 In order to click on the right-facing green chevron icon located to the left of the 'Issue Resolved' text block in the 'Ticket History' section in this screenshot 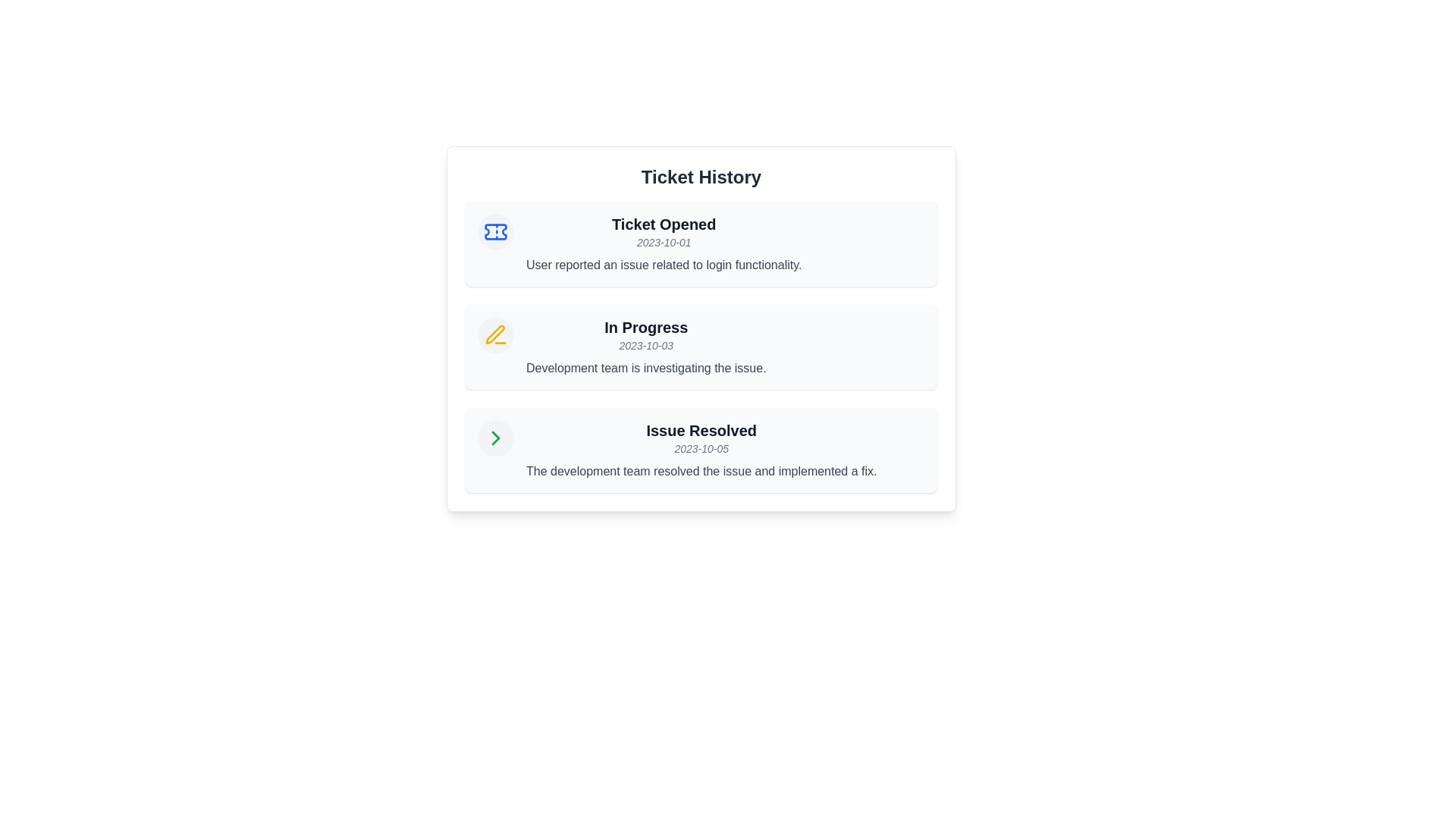, I will do `click(495, 438)`.